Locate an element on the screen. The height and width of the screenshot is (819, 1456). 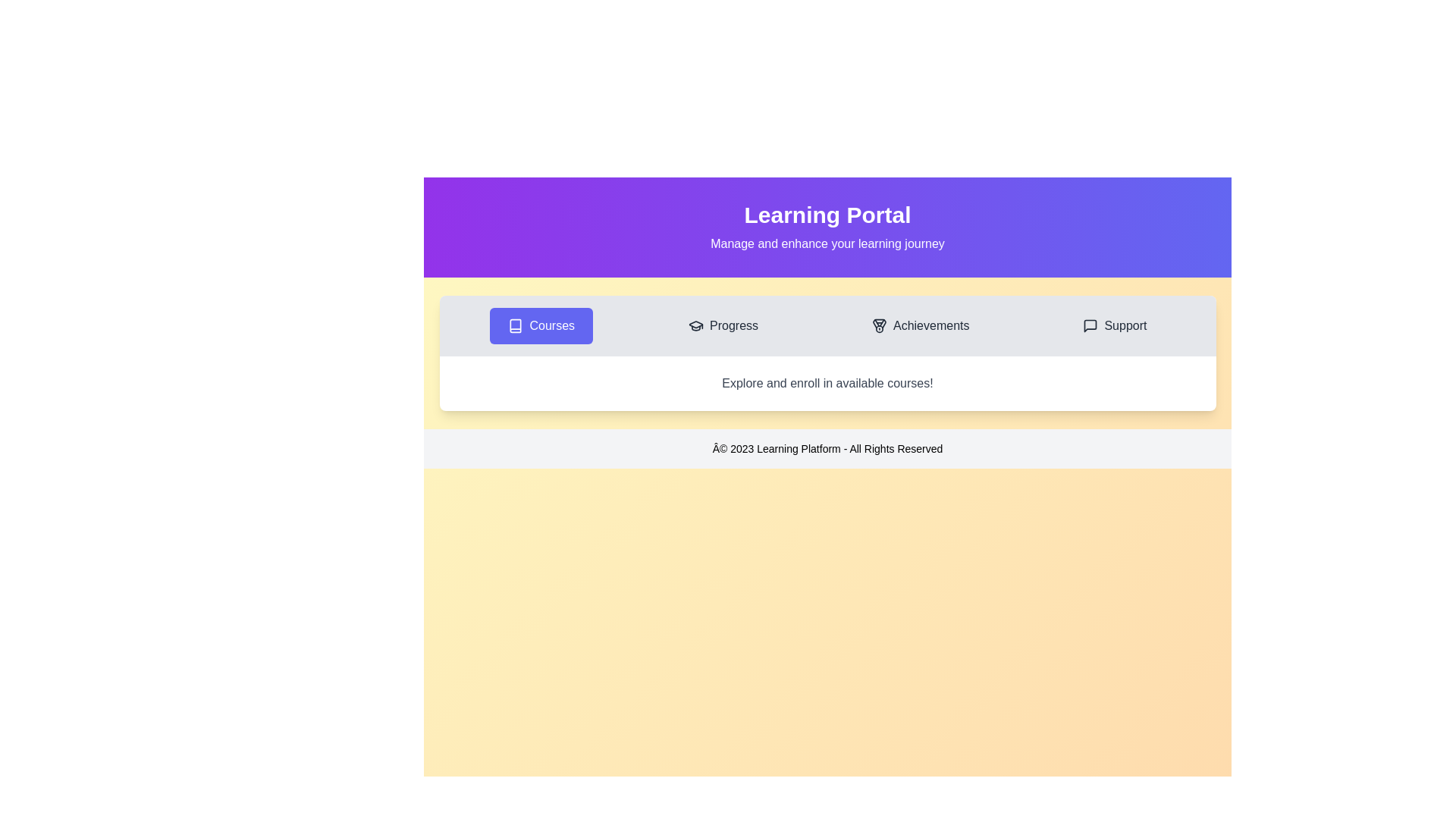
the 'Courses' button that contains the decorative SVG graphic icon for educational content, positioned as the leftmost item in the horizontally aligned menu bar beneath the purple header is located at coordinates (516, 325).